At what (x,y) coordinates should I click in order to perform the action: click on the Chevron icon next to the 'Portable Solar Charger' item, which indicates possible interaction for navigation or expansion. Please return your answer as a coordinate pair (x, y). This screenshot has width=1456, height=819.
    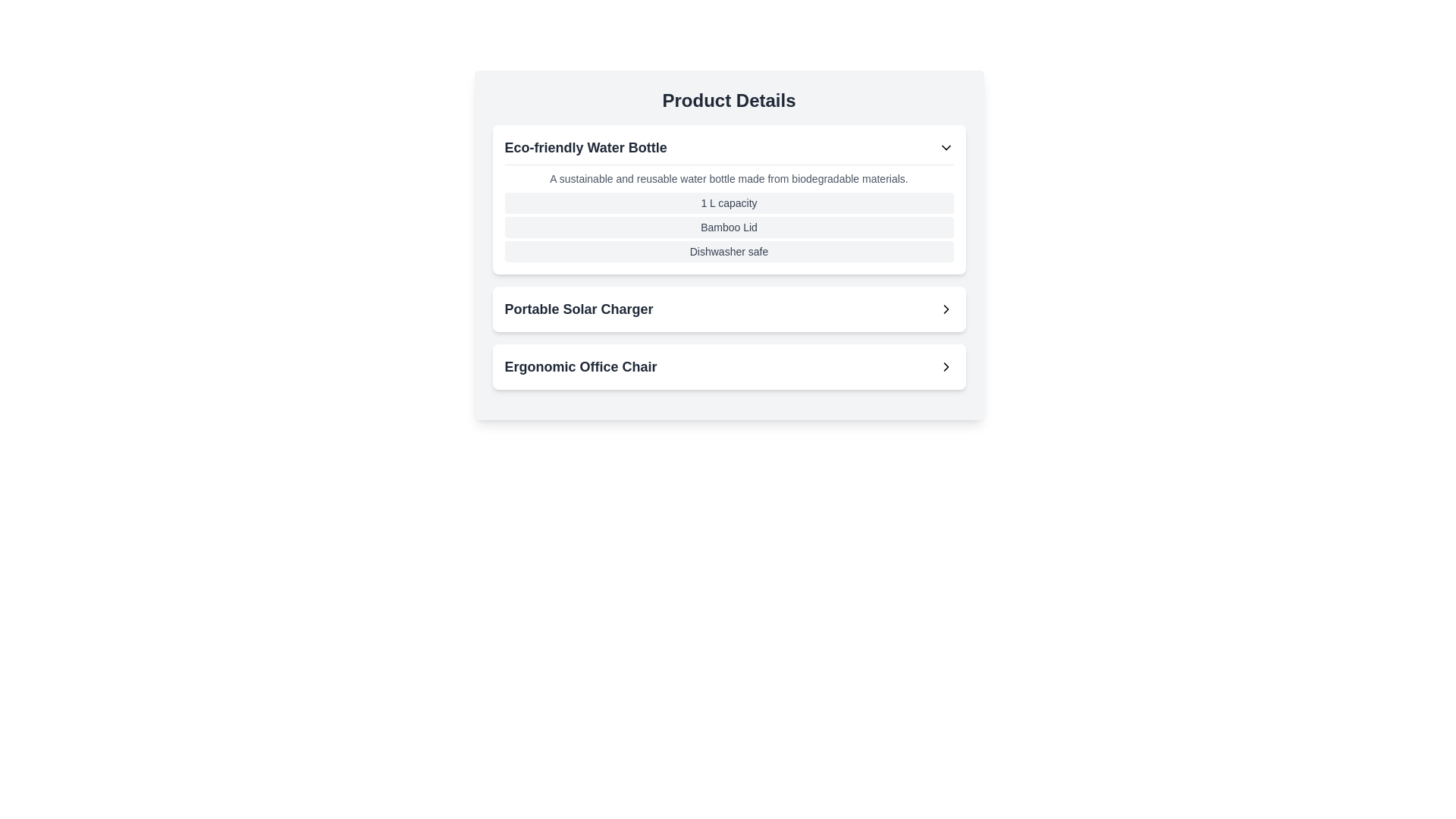
    Looking at the image, I should click on (945, 309).